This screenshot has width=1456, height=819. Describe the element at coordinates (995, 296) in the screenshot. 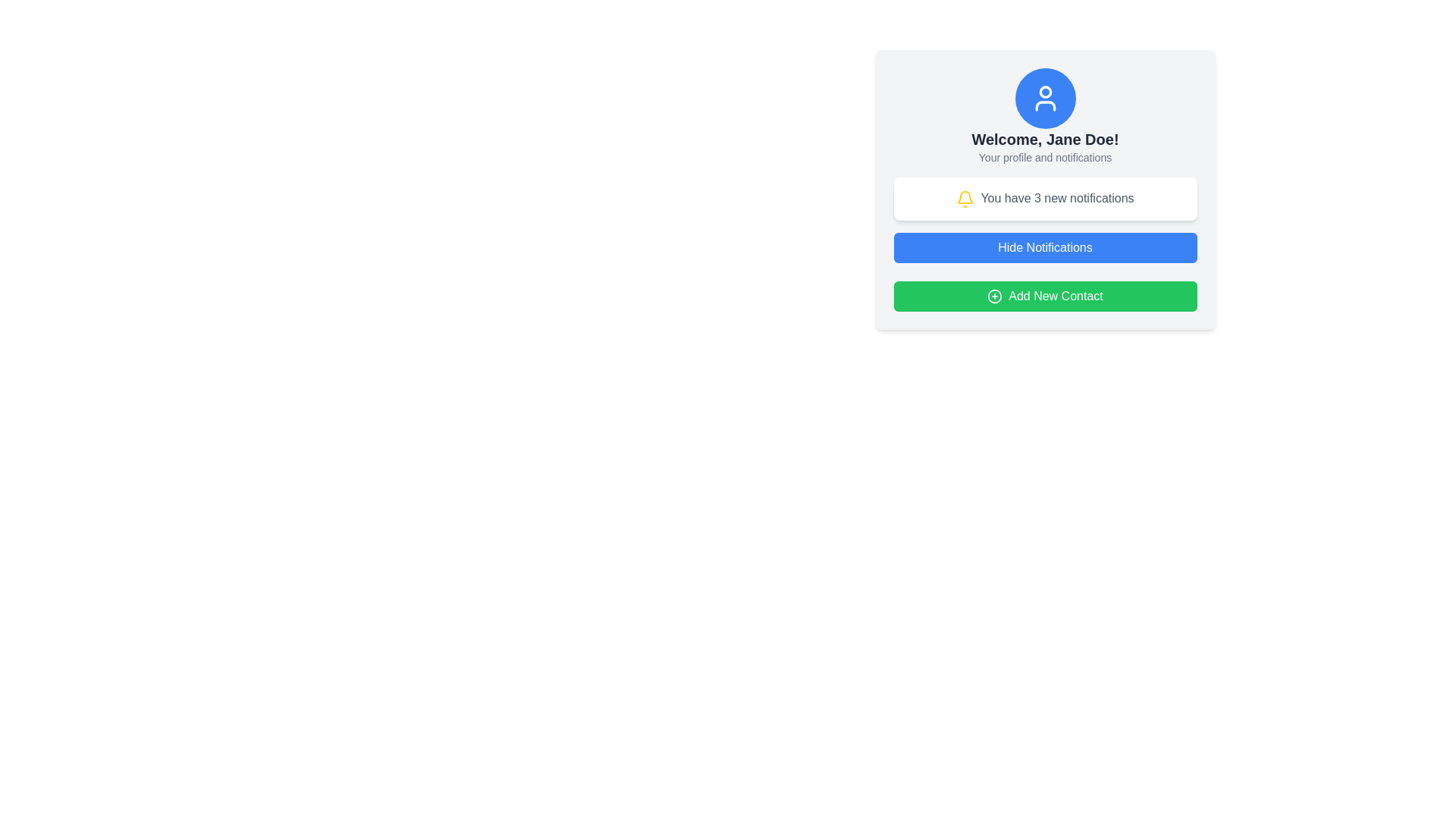

I see `the decorative icon within the 'Add New Contact' button, which symbolizes addition or creation, located to the left of the button's text` at that location.